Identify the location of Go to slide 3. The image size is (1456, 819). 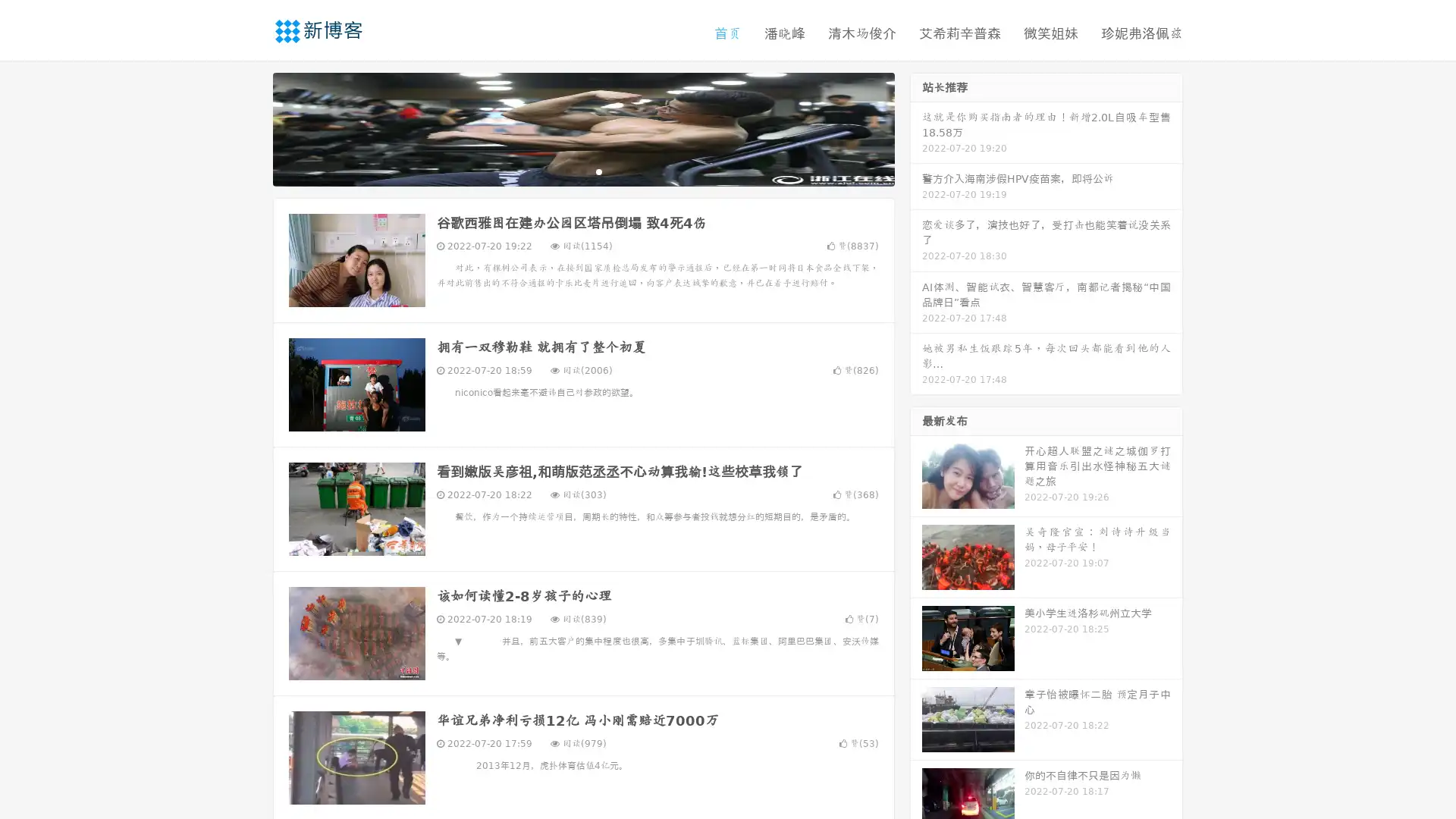
(598, 171).